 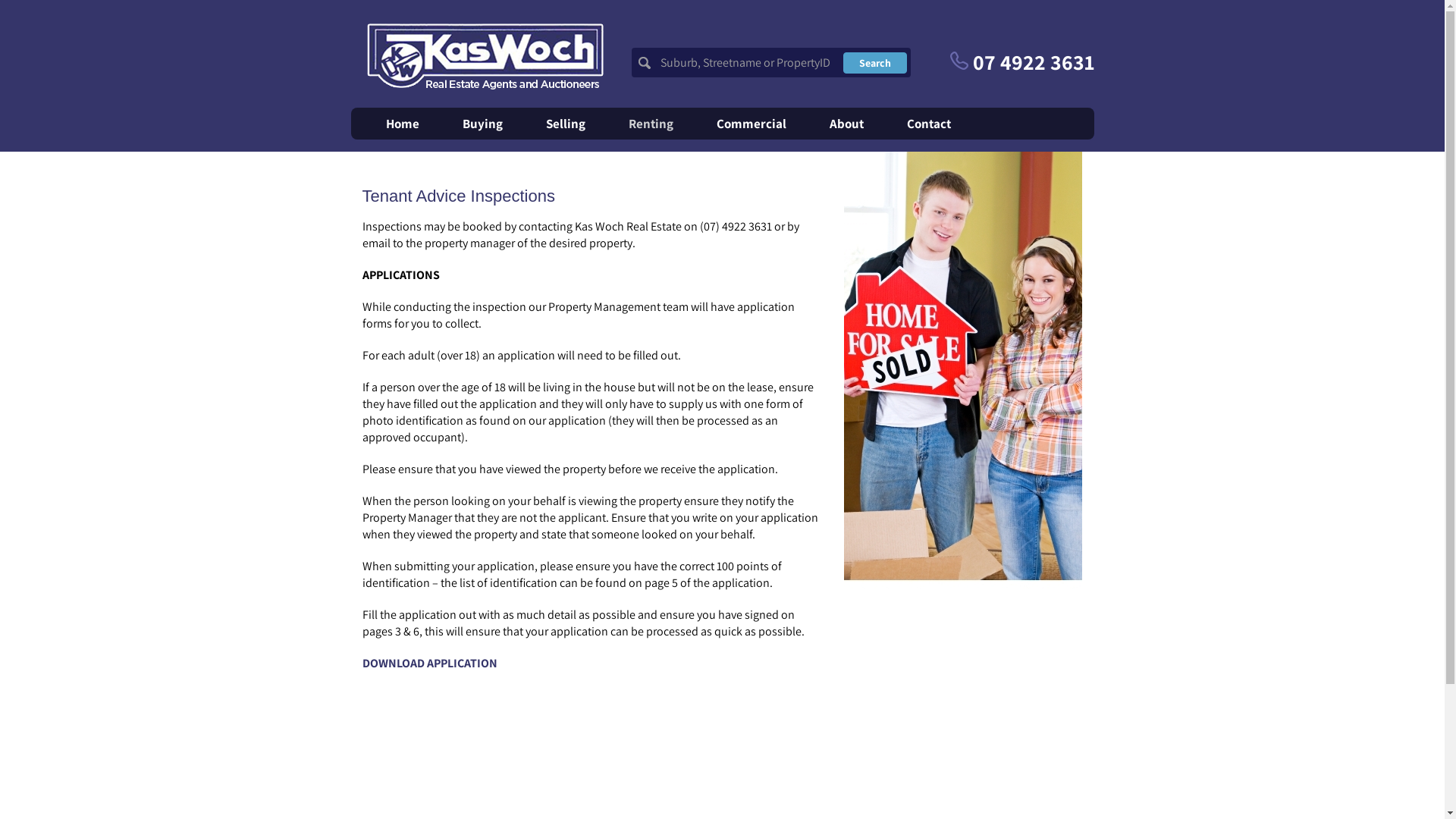 What do you see at coordinates (846, 122) in the screenshot?
I see `'About'` at bounding box center [846, 122].